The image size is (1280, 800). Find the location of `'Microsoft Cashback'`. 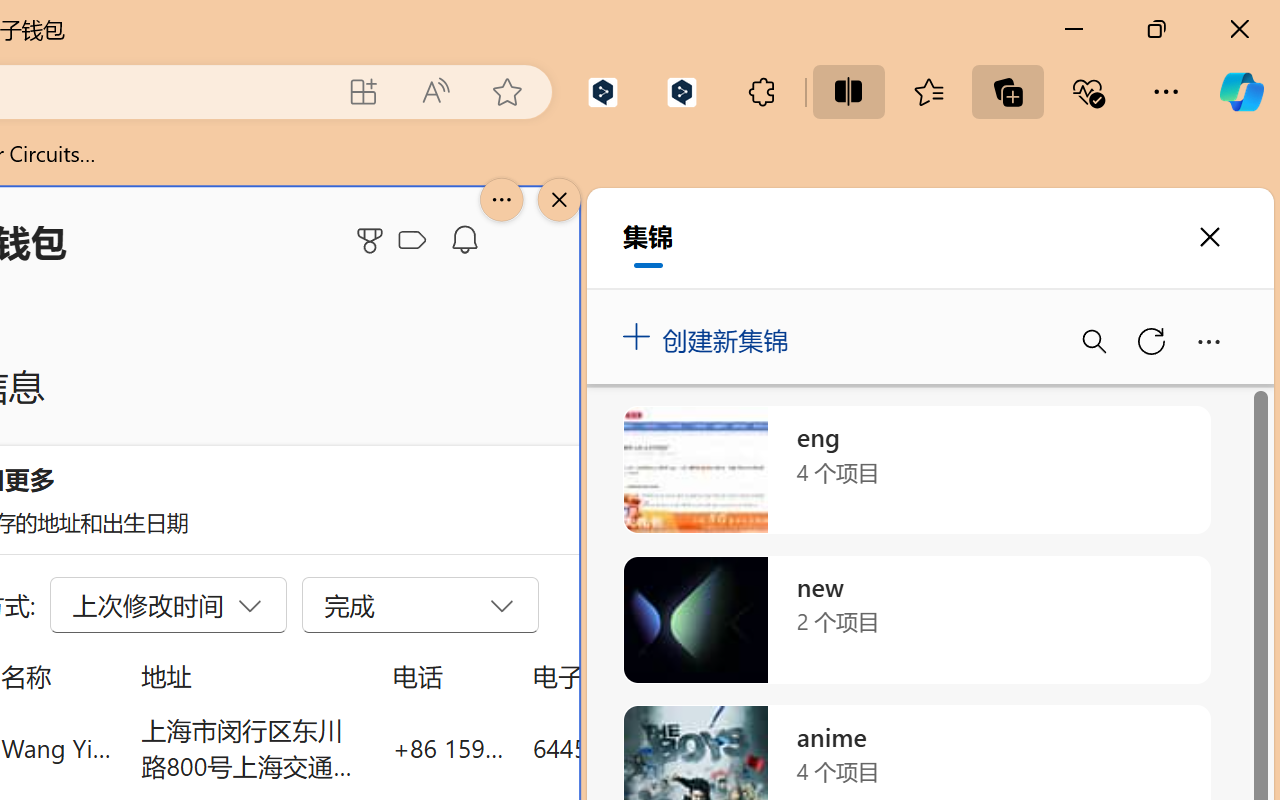

'Microsoft Cashback' is located at coordinates (415, 240).